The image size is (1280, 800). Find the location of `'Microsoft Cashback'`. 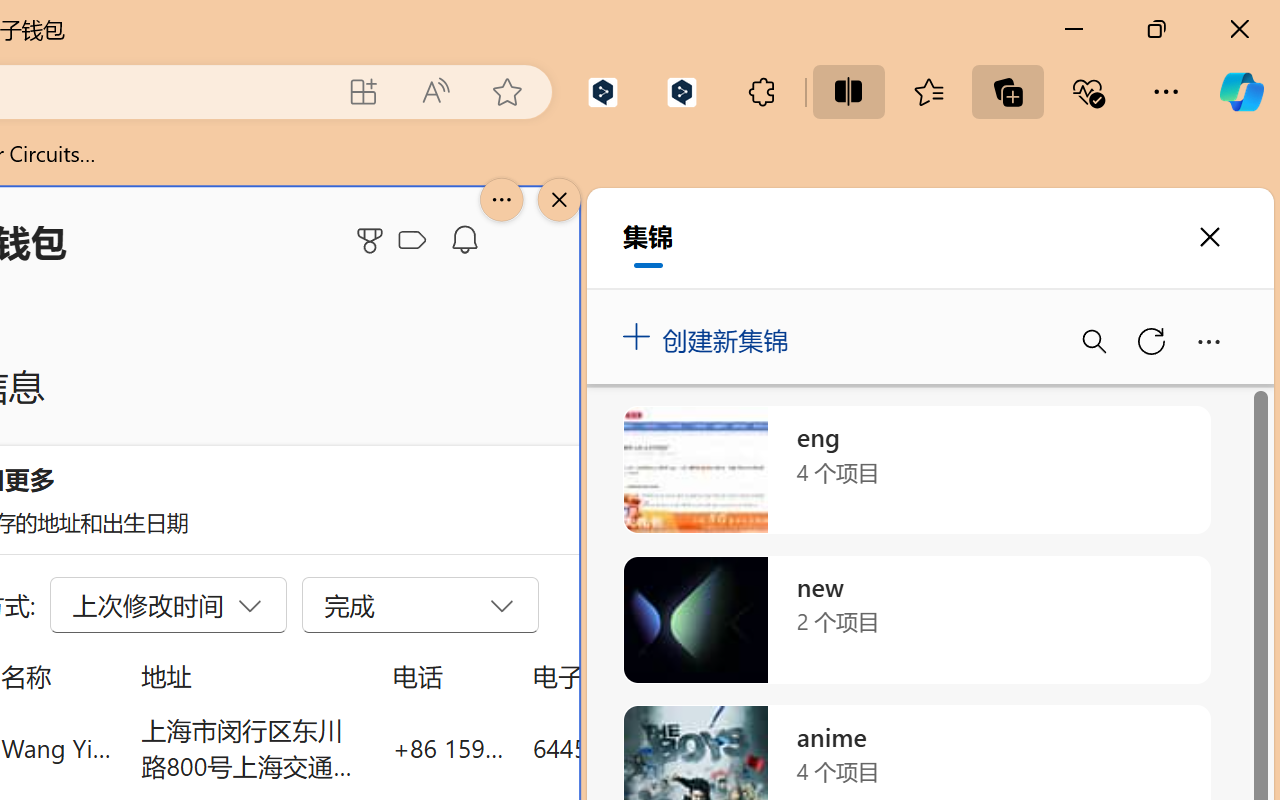

'Microsoft Cashback' is located at coordinates (415, 240).